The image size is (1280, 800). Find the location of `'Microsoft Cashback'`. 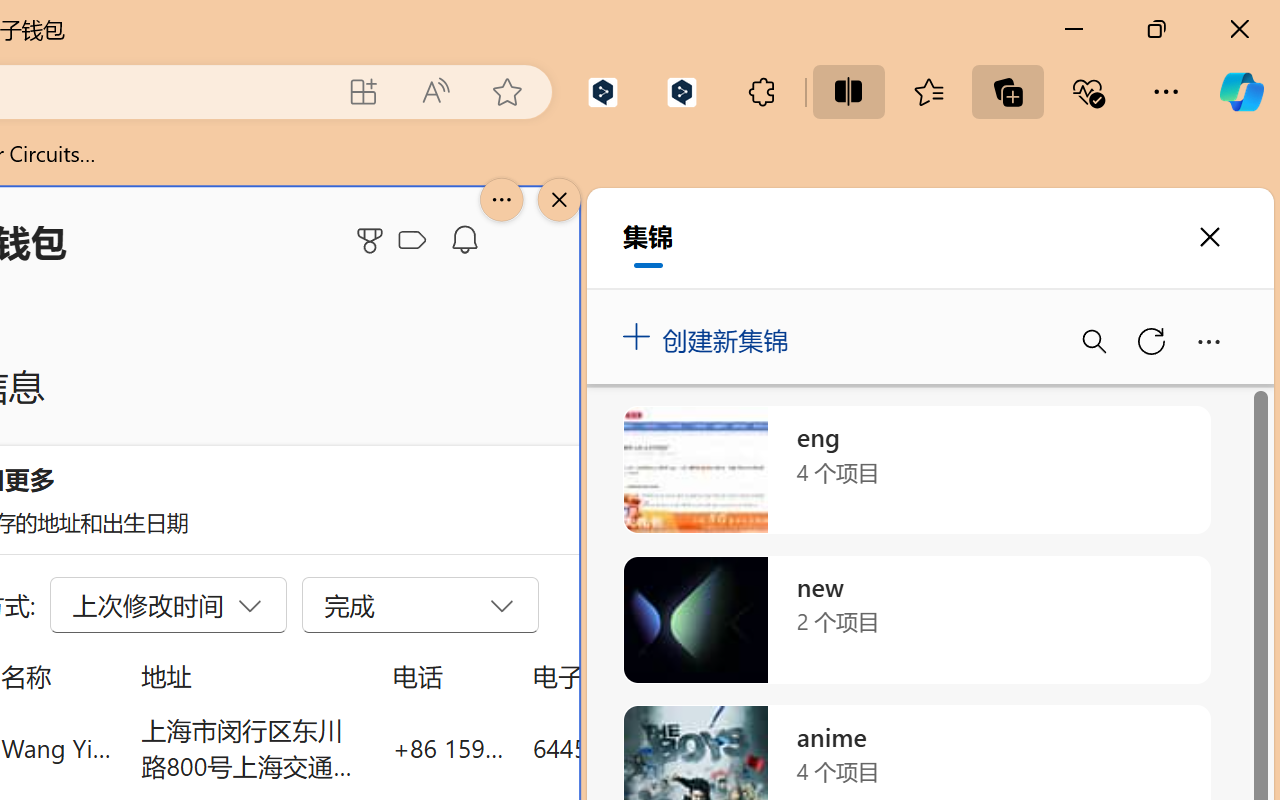

'Microsoft Cashback' is located at coordinates (415, 240).